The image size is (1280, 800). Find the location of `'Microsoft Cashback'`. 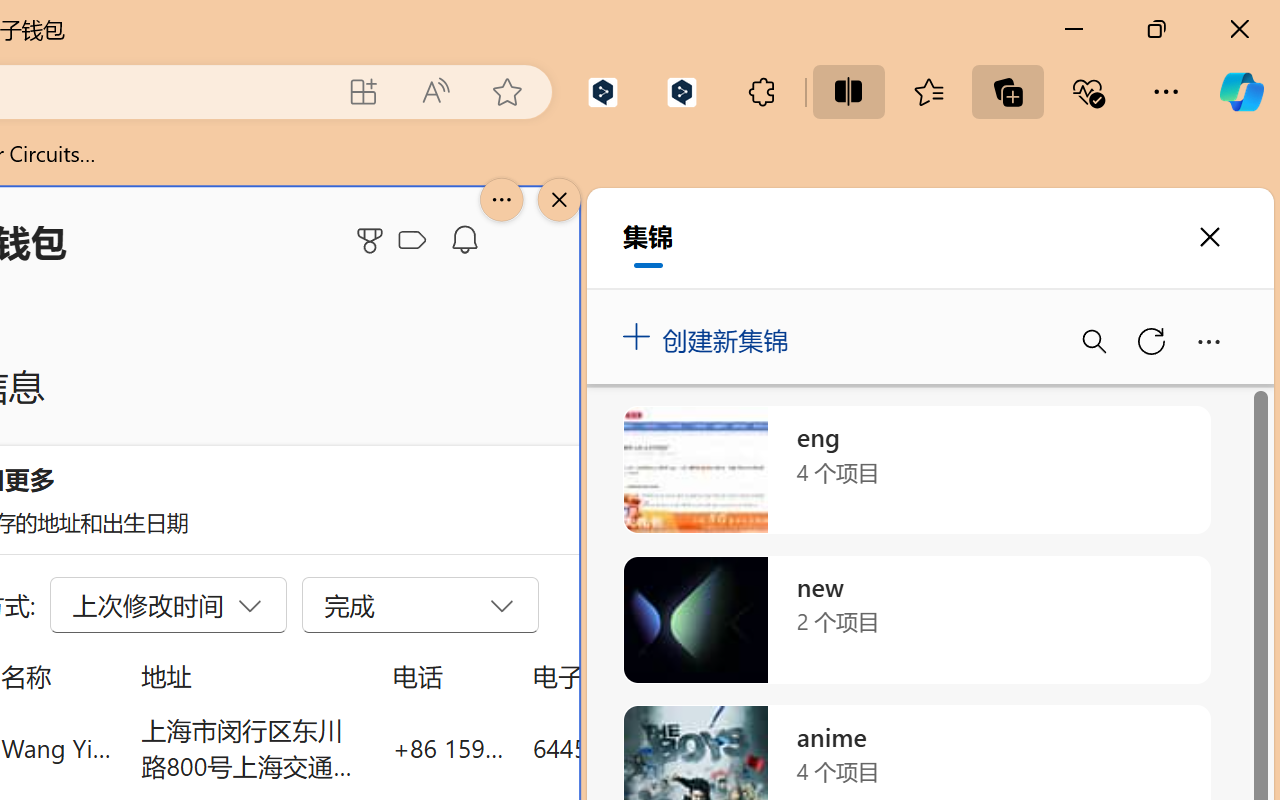

'Microsoft Cashback' is located at coordinates (415, 240).